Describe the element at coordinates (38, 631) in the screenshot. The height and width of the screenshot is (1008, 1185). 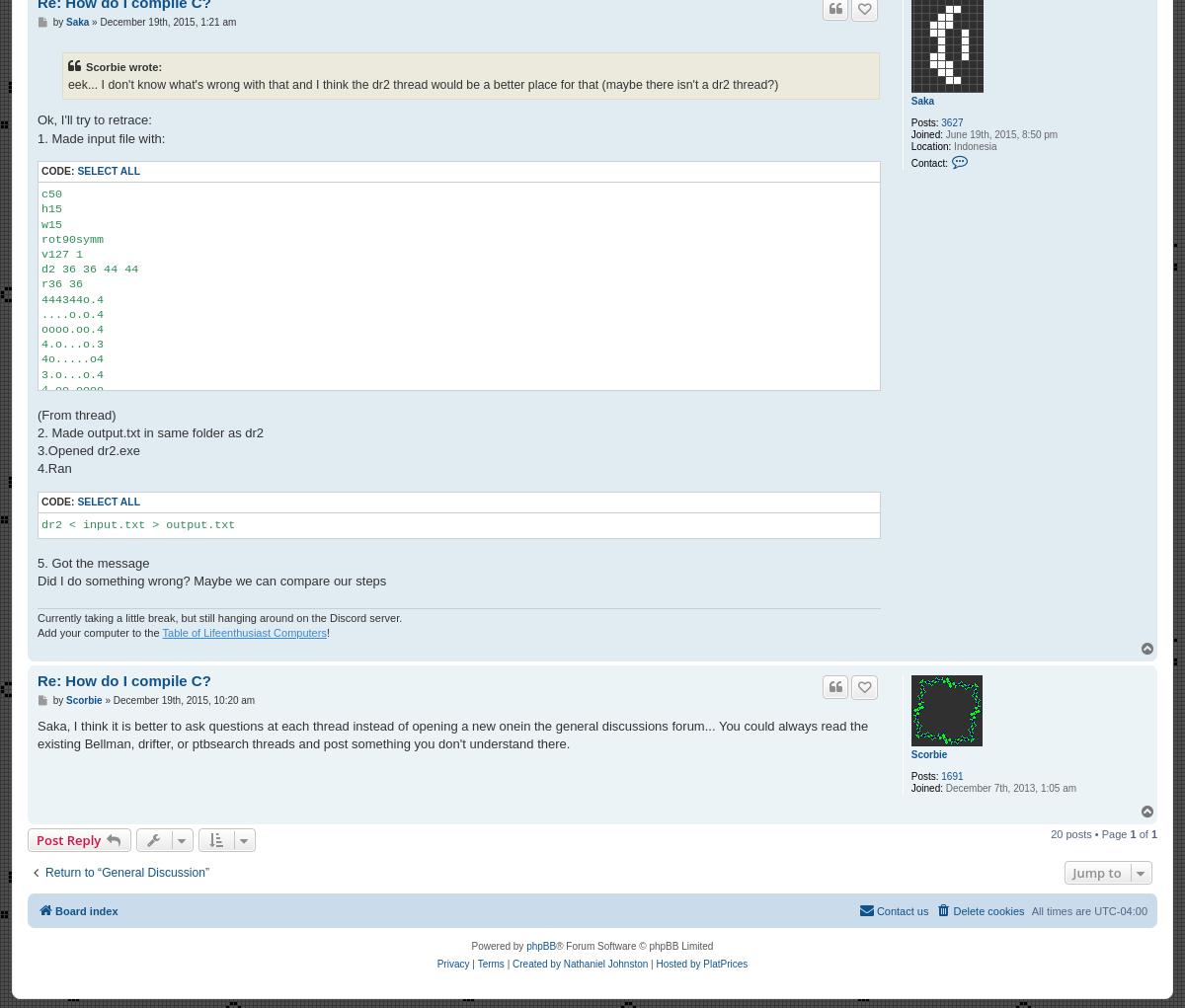
I see `'Add your computer to the'` at that location.